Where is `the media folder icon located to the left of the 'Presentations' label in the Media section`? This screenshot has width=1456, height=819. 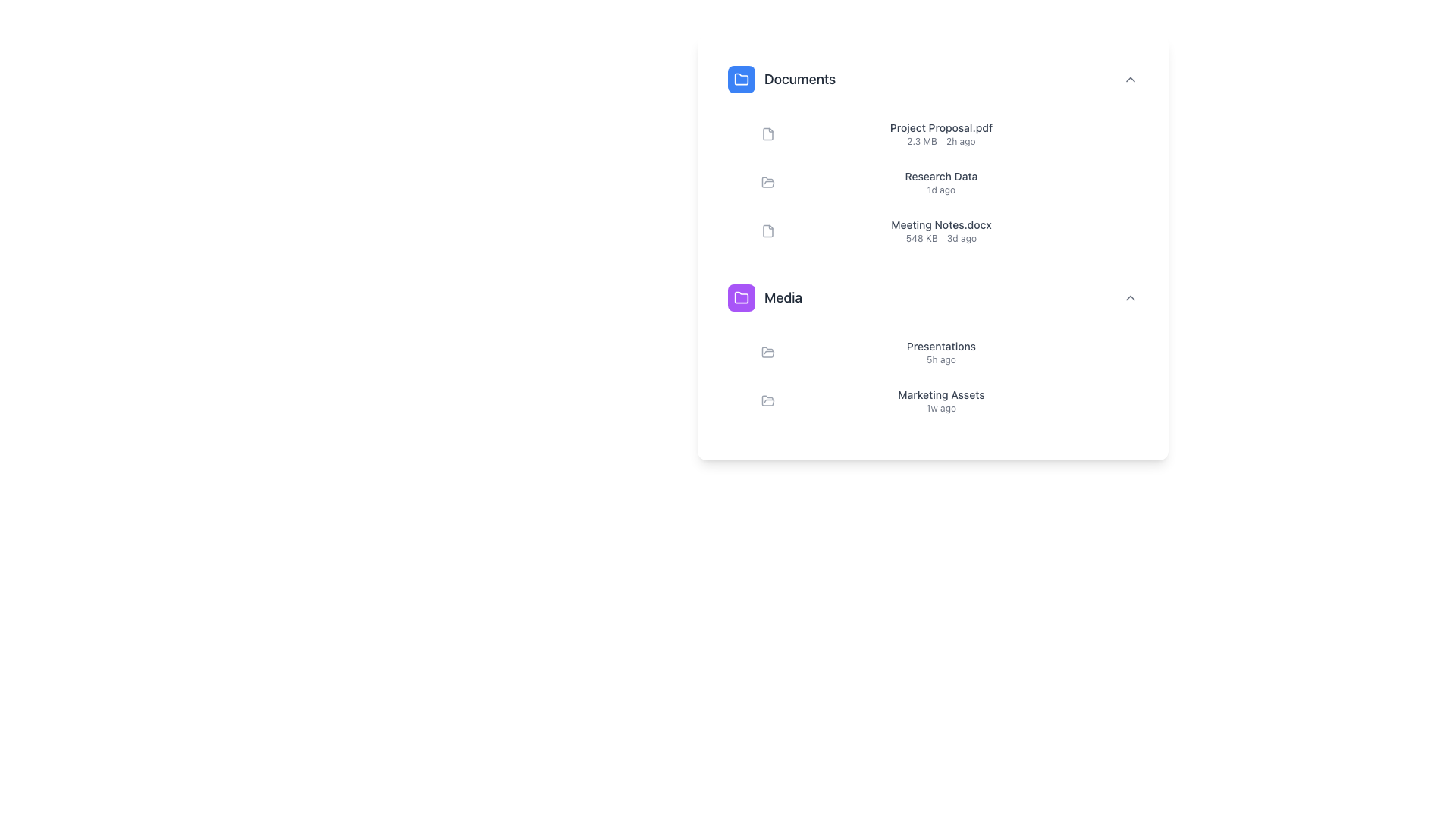
the media folder icon located to the left of the 'Presentations' label in the Media section is located at coordinates (767, 352).